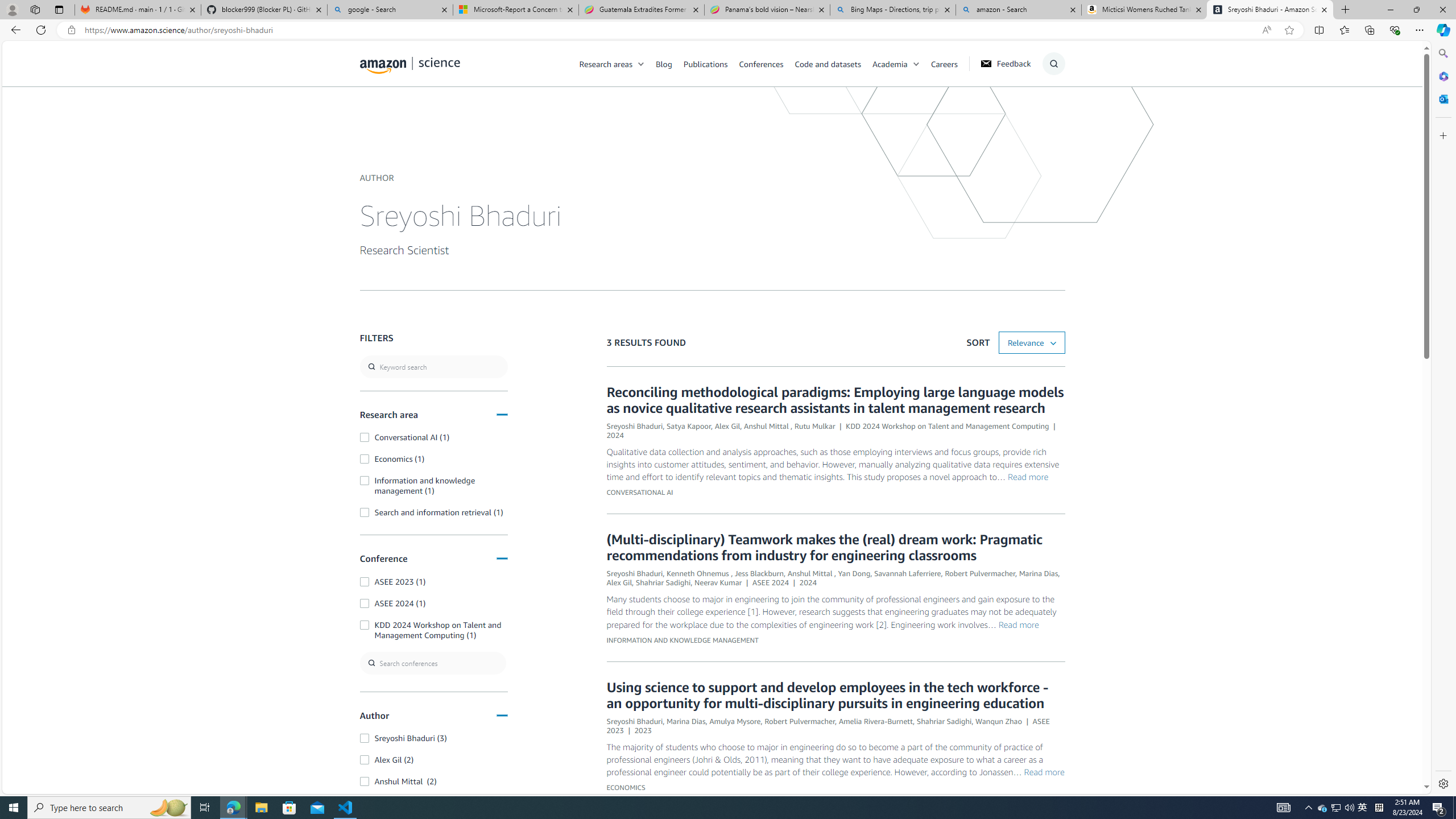 This screenshot has height=819, width=1456. What do you see at coordinates (890, 63) in the screenshot?
I see `'Academia'` at bounding box center [890, 63].